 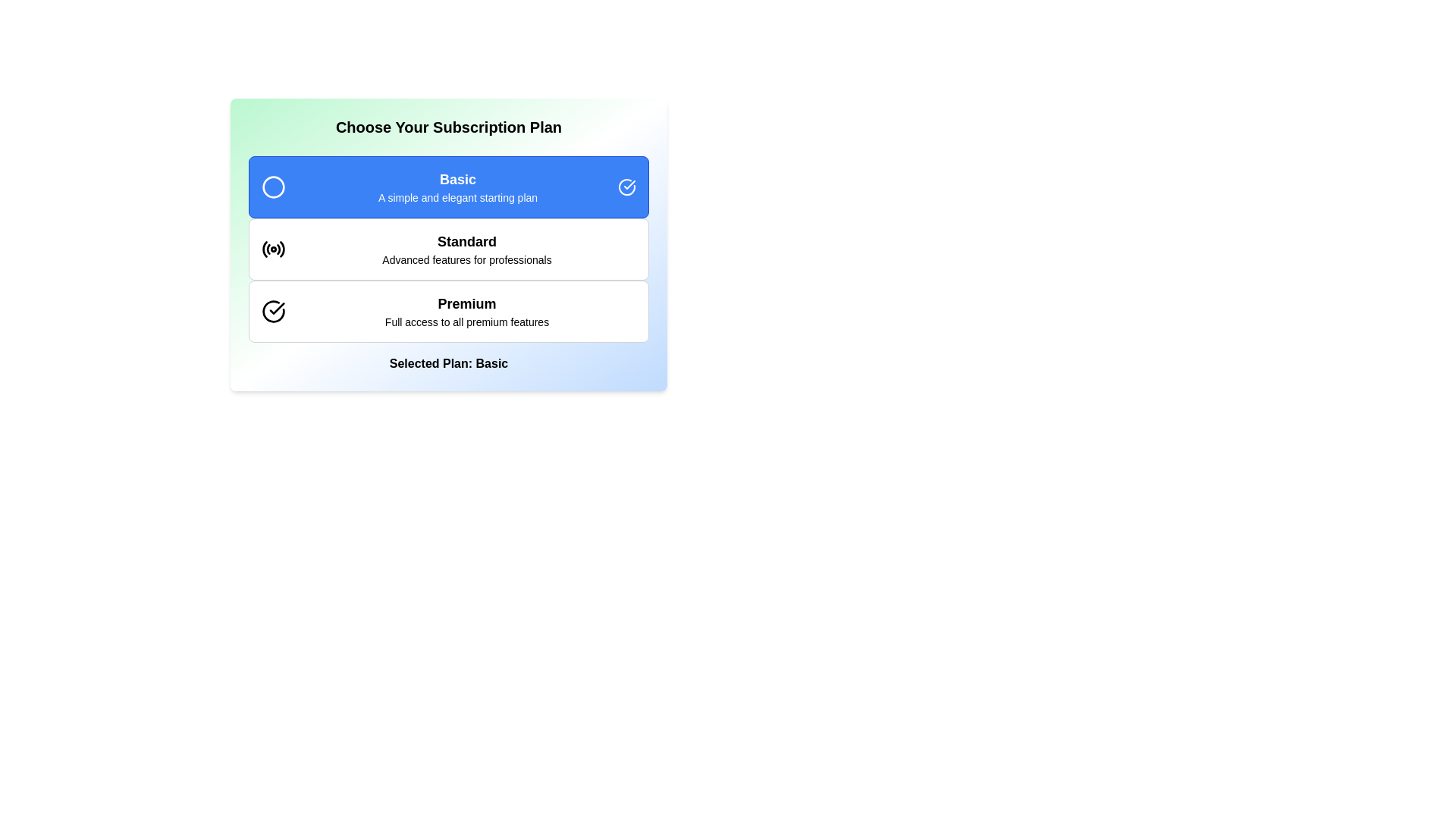 I want to click on the 'Basic' subscription plan selectable list item, which is a rectangular button-like component with a blue background and white text, labeled 'Basic' in bold font, positioned above 'Standard' and 'Premium' options, so click(x=447, y=186).